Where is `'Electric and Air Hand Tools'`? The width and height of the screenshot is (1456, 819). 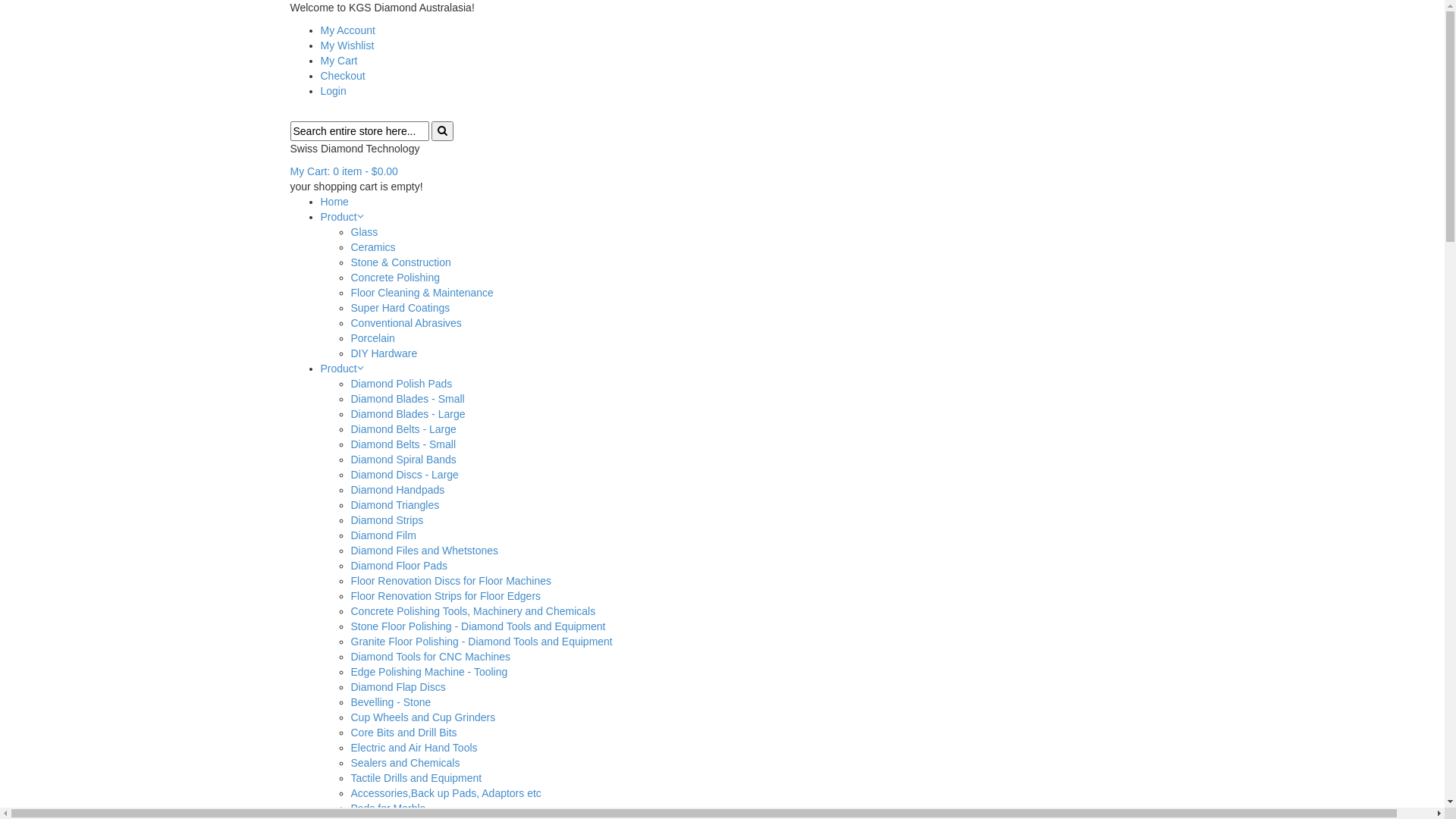
'Electric and Air Hand Tools' is located at coordinates (413, 747).